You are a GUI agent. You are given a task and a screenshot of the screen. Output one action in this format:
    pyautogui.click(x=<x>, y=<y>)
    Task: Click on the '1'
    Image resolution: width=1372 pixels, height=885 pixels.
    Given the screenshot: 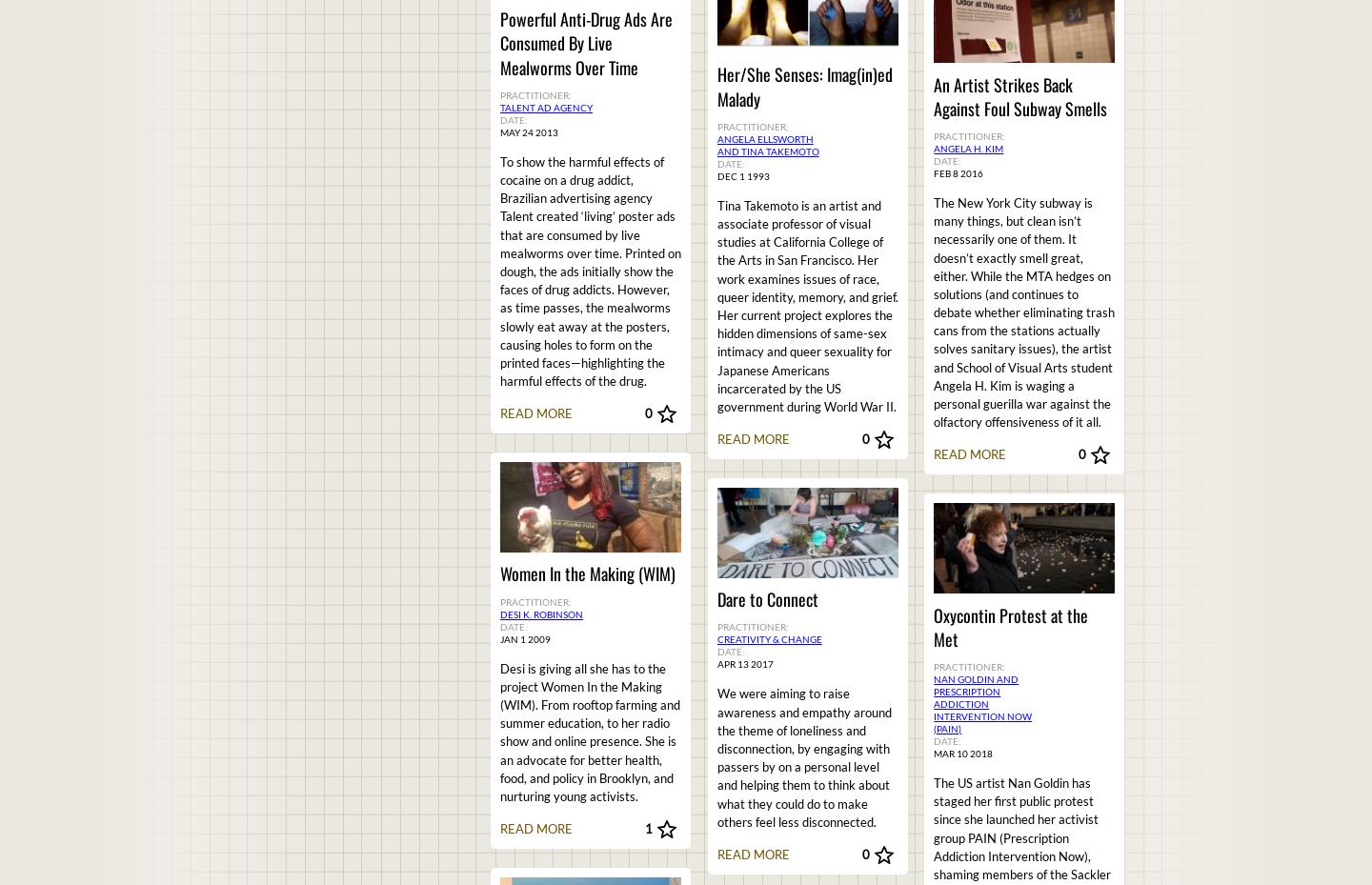 What is the action you would take?
    pyautogui.click(x=644, y=829)
    